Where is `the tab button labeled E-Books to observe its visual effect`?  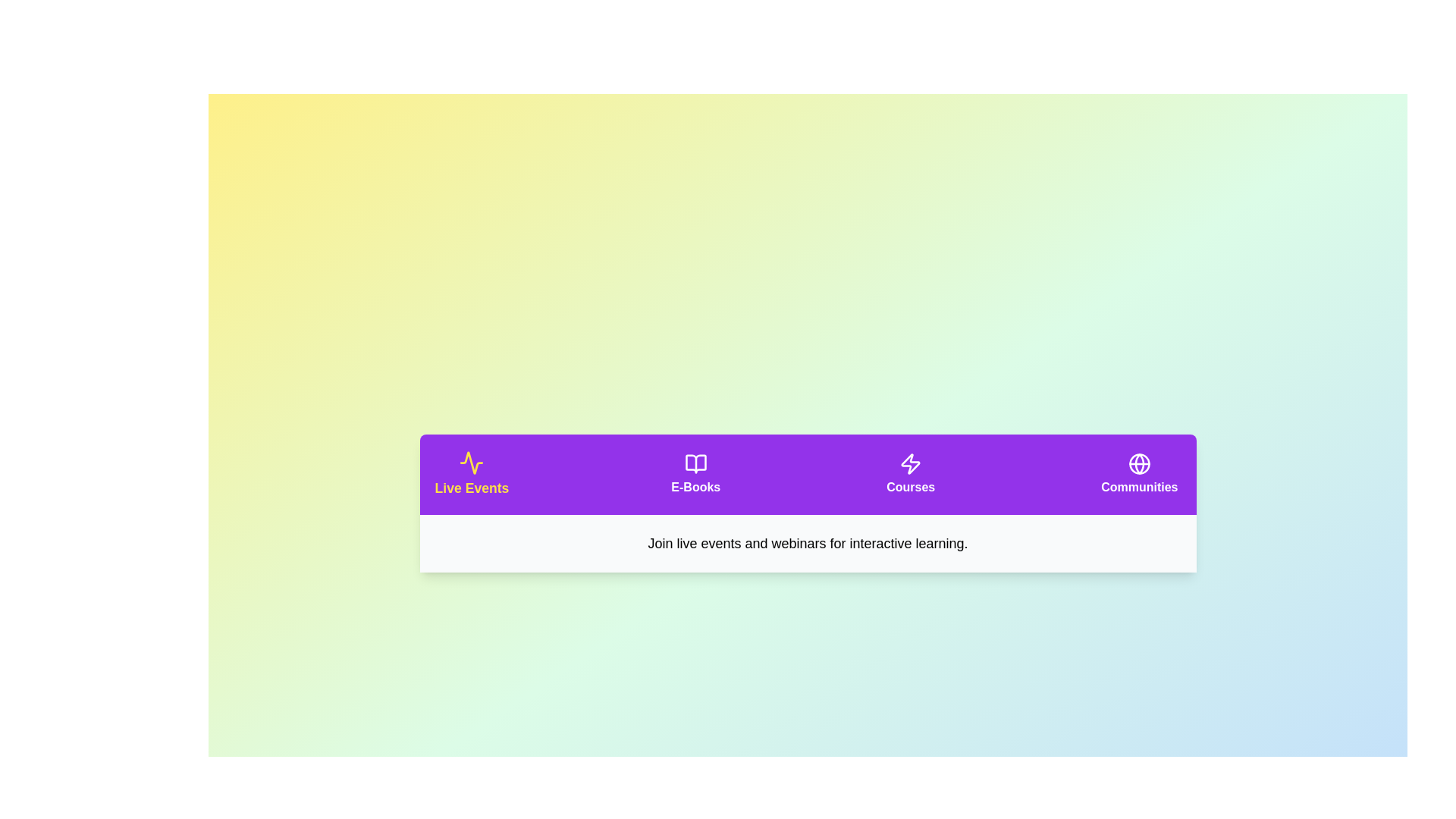
the tab button labeled E-Books to observe its visual effect is located at coordinates (695, 473).